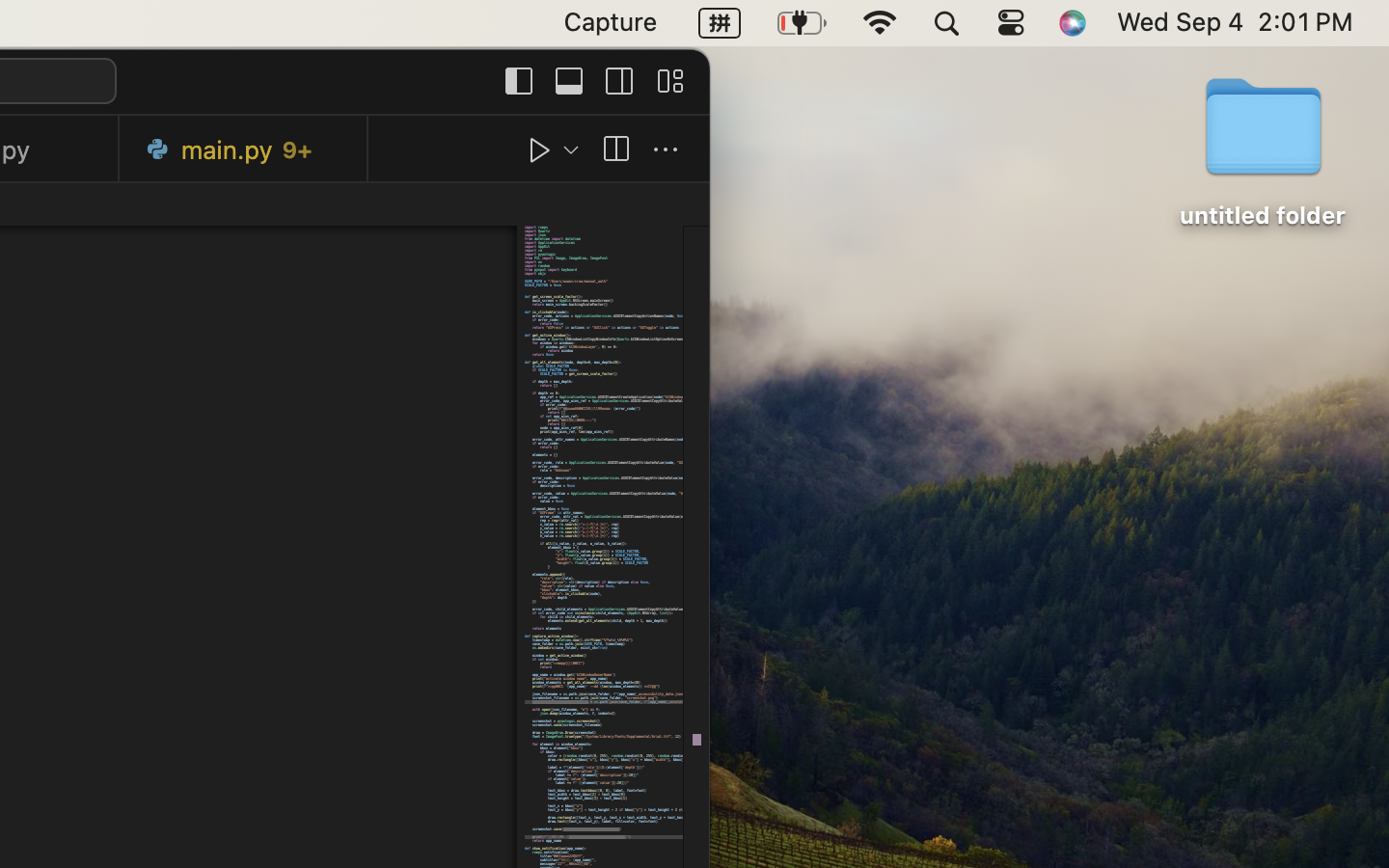 The image size is (1389, 868). What do you see at coordinates (568, 79) in the screenshot?
I see `''` at bounding box center [568, 79].